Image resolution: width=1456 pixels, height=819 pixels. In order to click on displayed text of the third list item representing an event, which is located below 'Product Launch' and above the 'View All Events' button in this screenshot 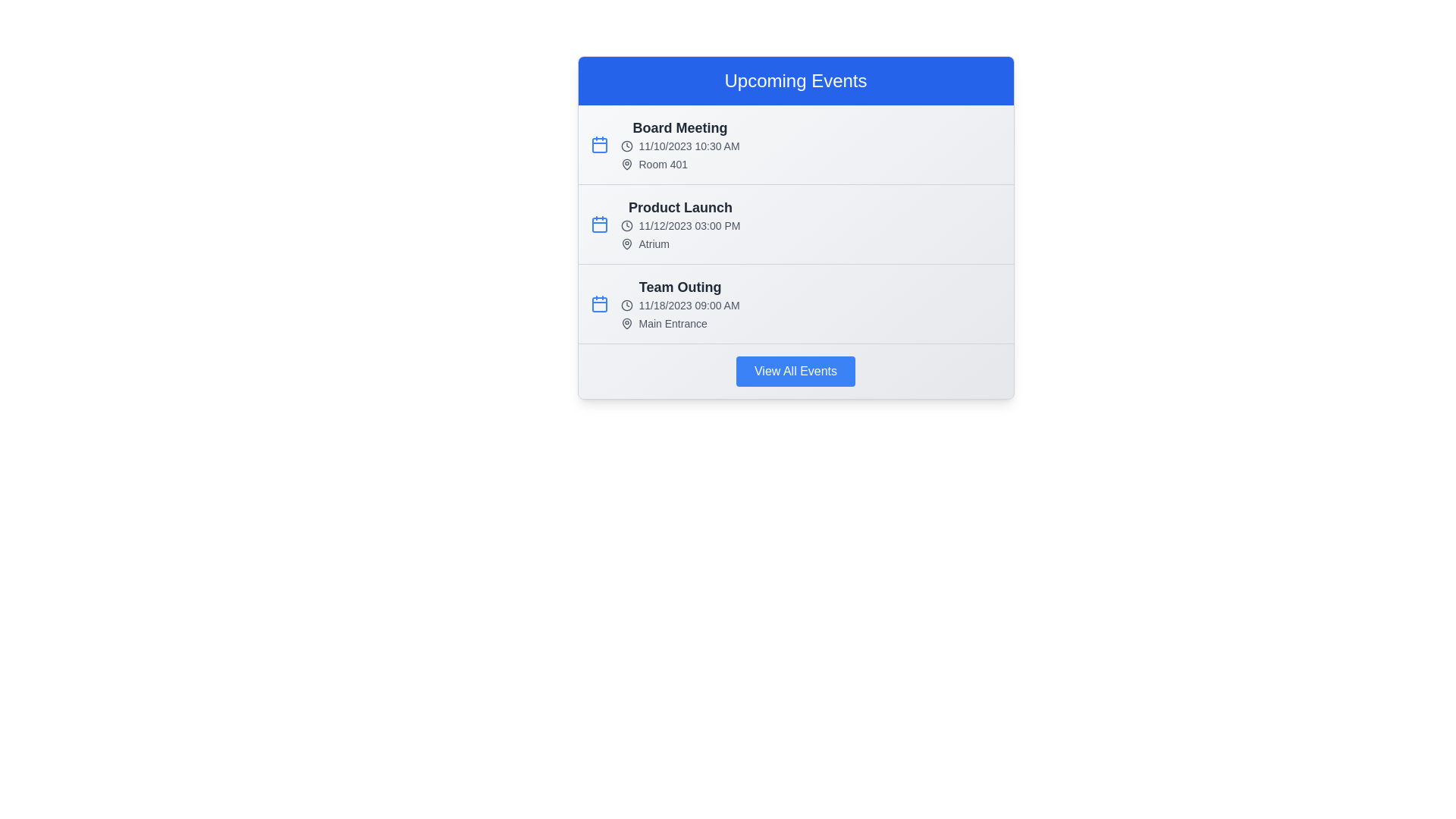, I will do `click(679, 304)`.